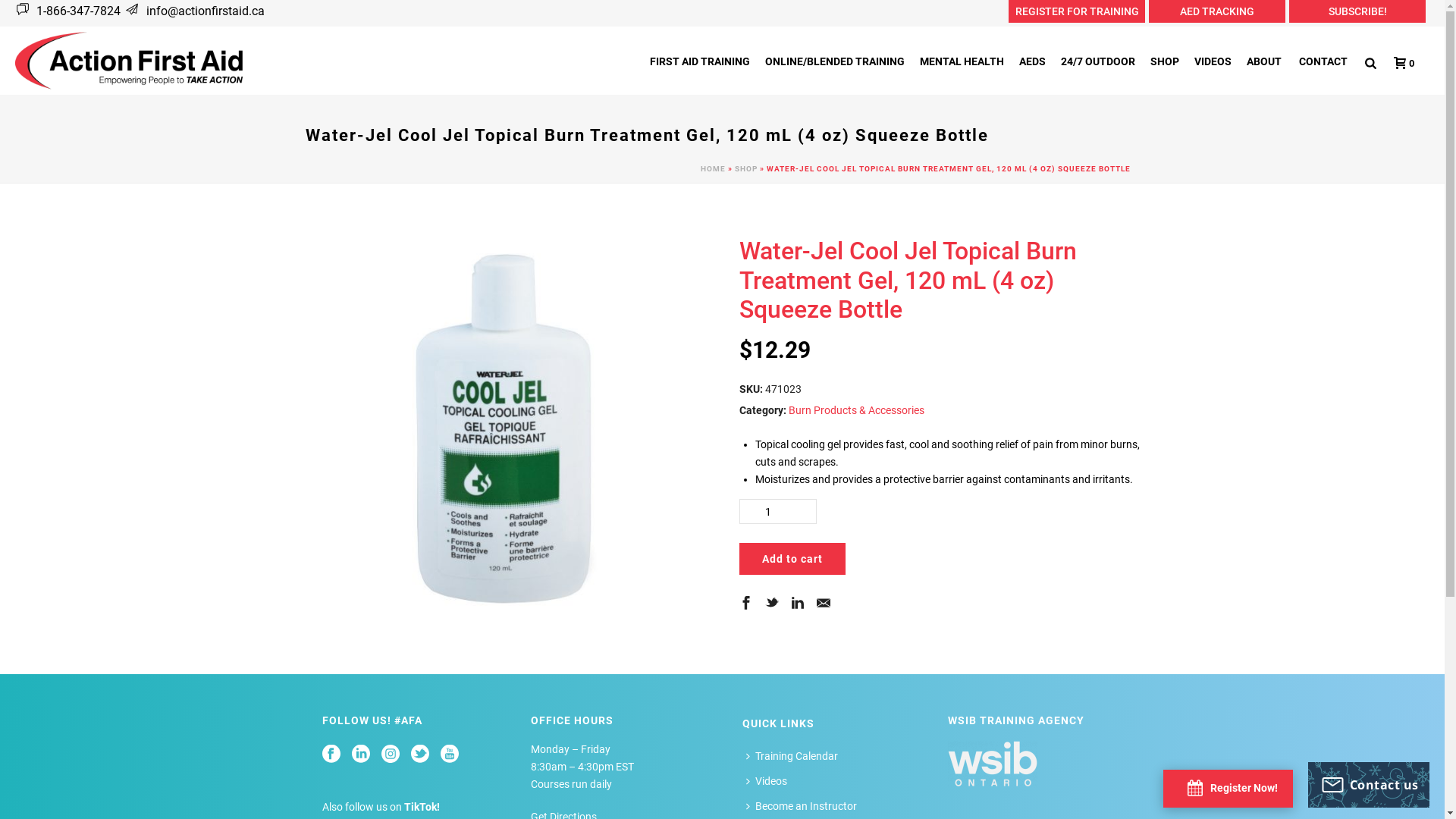 This screenshot has height=819, width=1456. I want to click on 'HOME', so click(712, 168).